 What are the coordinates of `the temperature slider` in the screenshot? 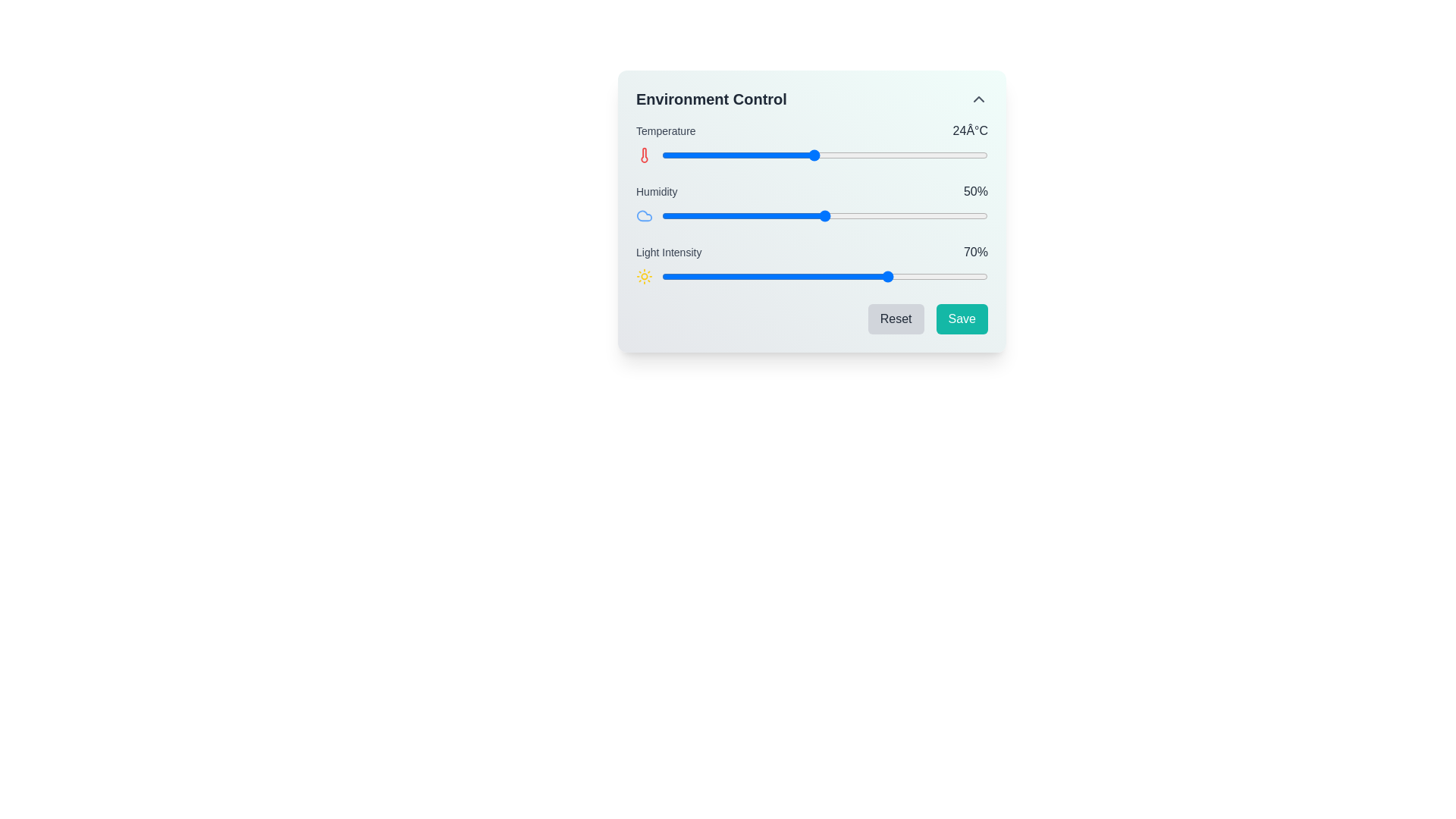 It's located at (911, 155).